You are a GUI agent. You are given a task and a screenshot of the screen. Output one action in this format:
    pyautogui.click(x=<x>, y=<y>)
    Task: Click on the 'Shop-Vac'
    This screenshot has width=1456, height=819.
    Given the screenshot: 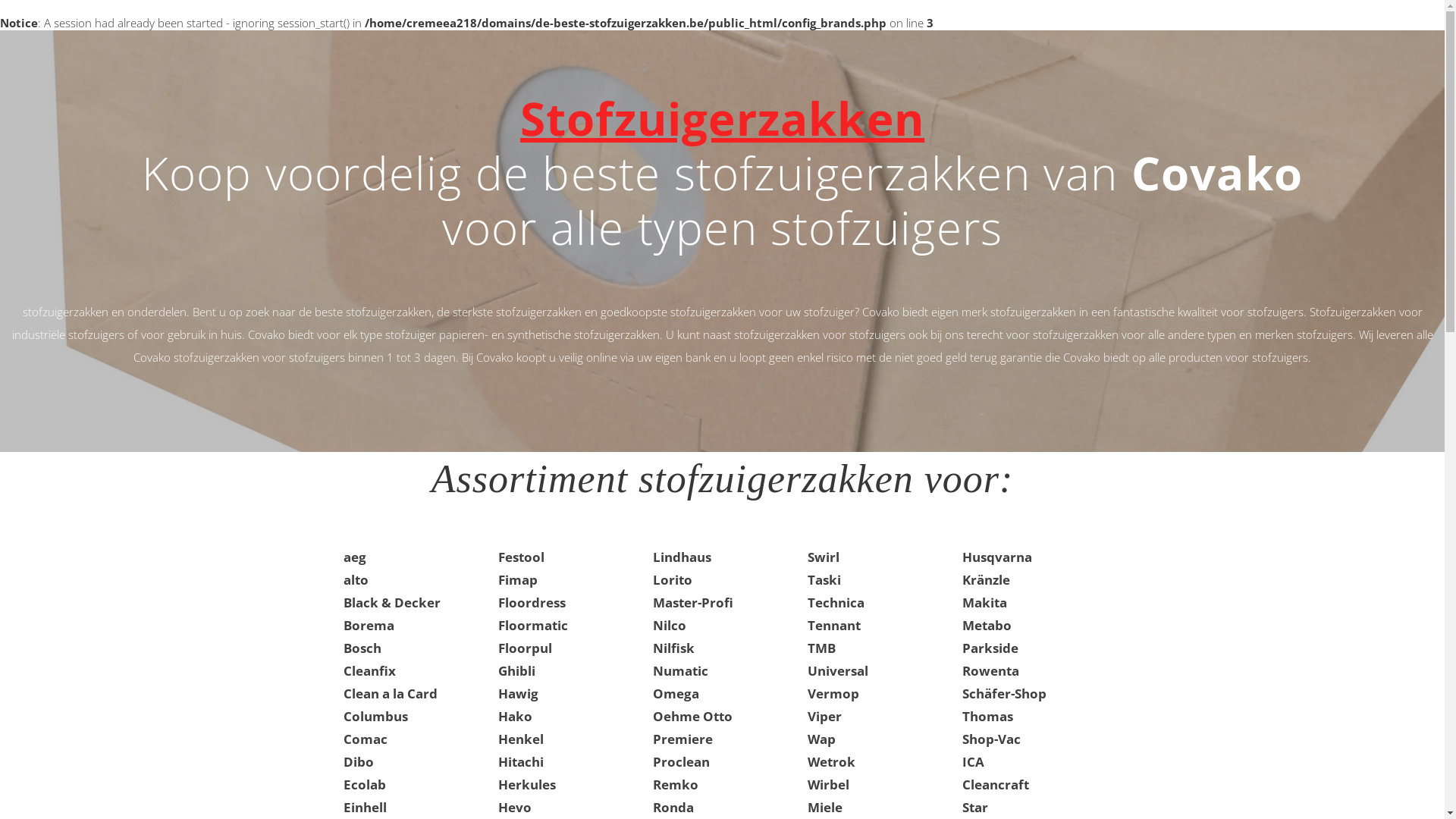 What is the action you would take?
    pyautogui.click(x=960, y=738)
    